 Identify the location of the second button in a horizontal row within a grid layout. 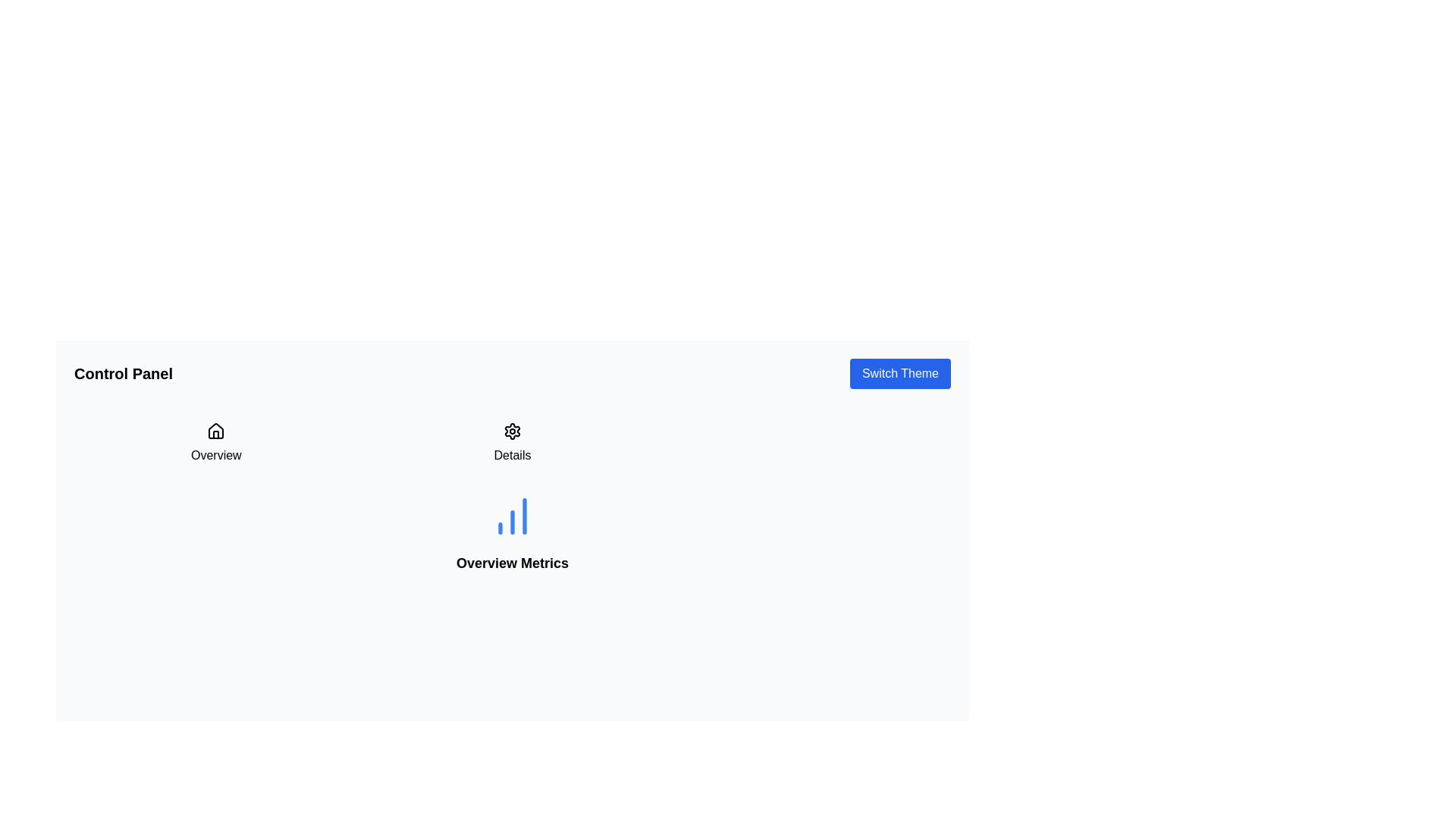
(513, 444).